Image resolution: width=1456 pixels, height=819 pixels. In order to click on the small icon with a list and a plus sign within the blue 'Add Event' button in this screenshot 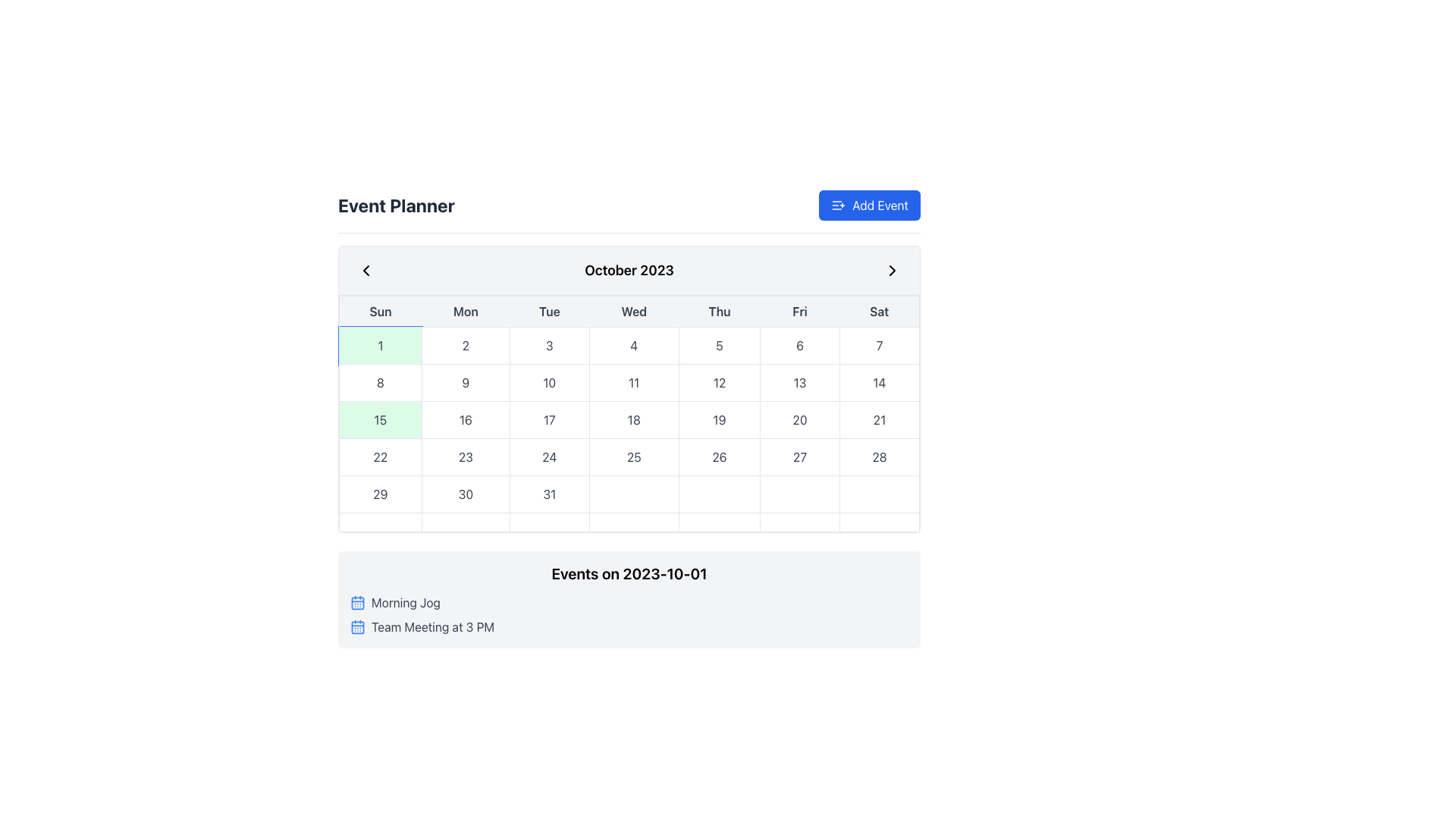, I will do `click(838, 205)`.